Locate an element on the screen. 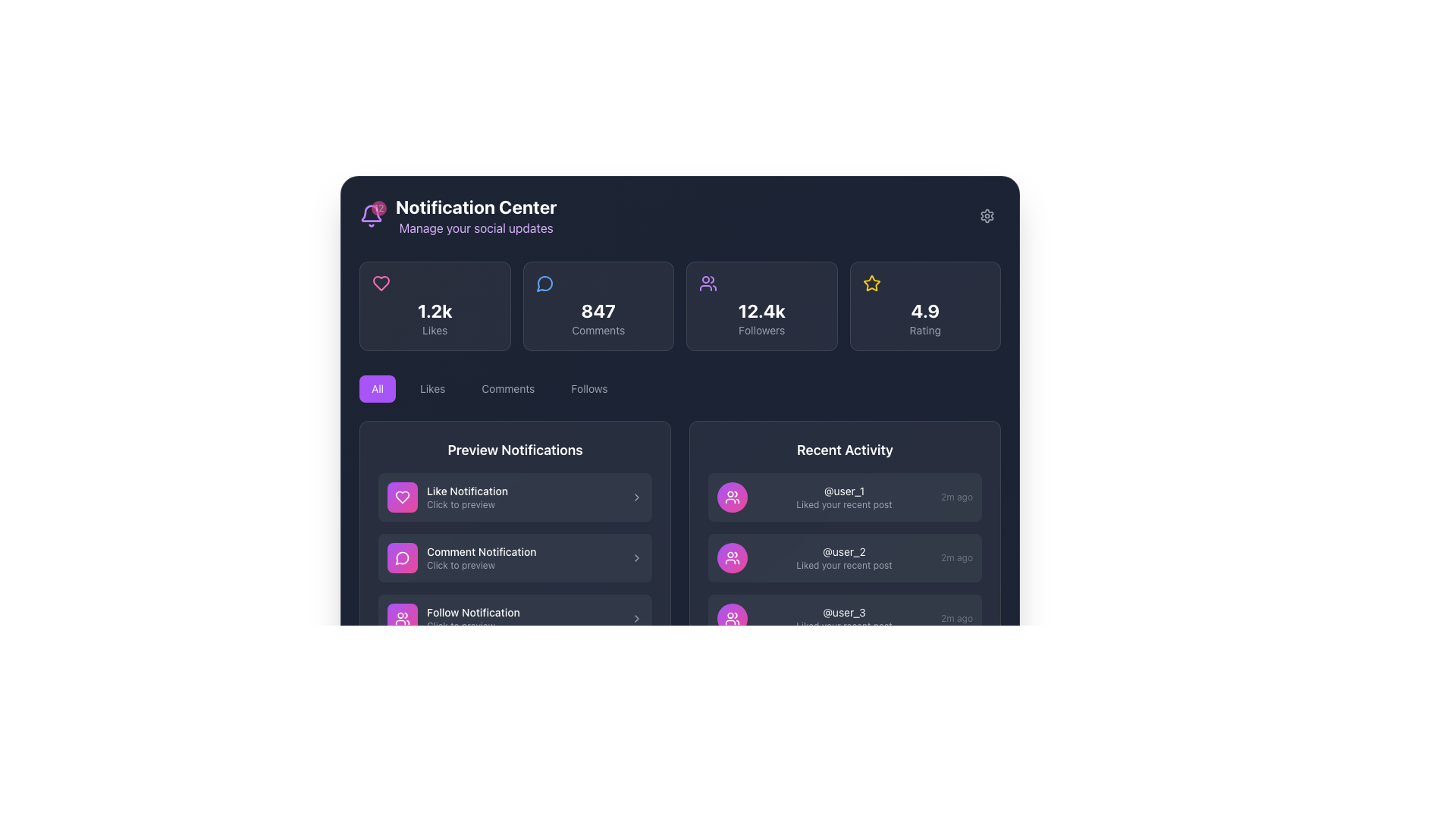 This screenshot has width=1456, height=819. the 'Preview Notifications' text label, which is styled in a large, bold, and white font, serving as a header above the list of notifications is located at coordinates (515, 450).